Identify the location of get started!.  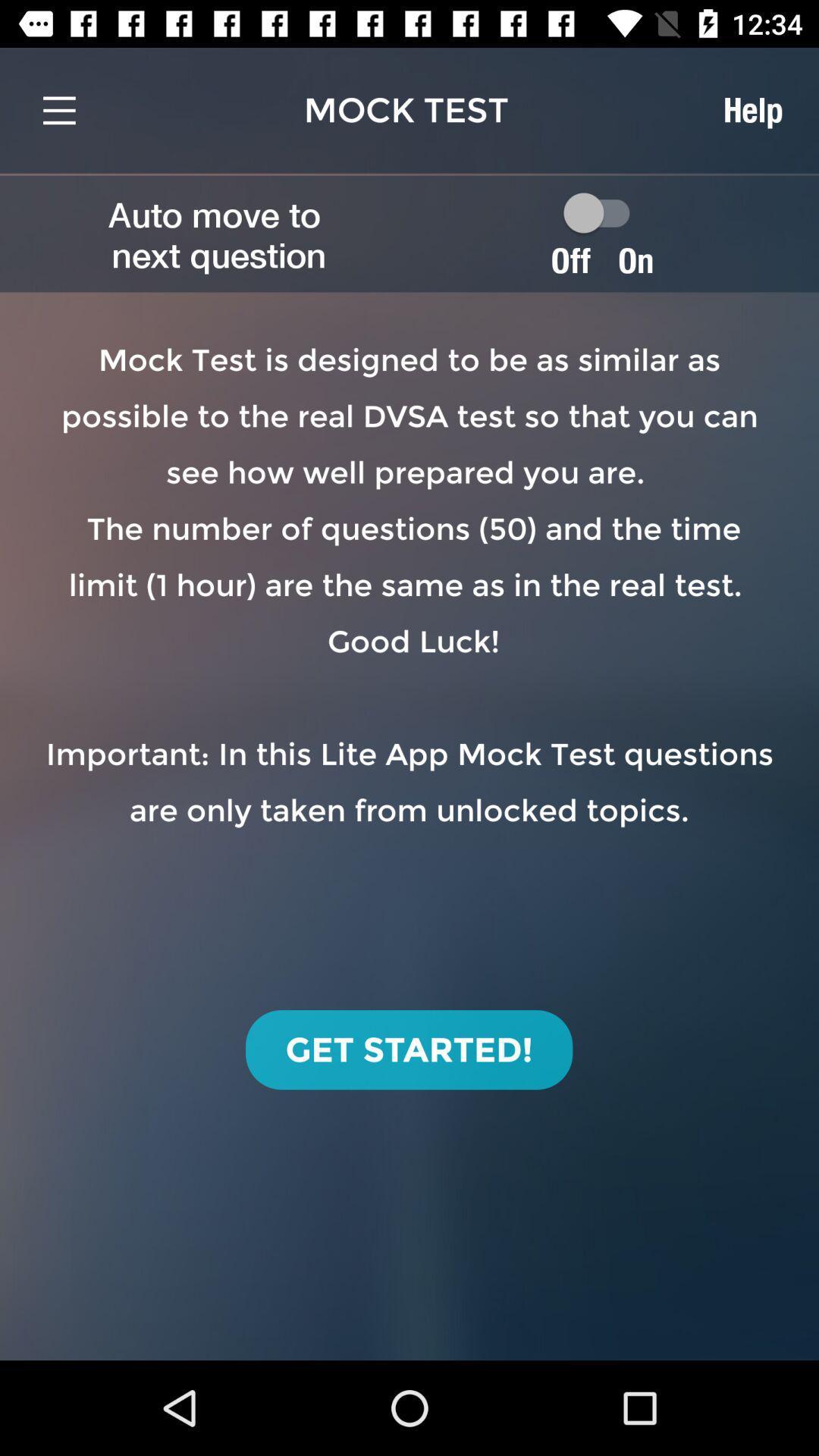
(408, 1049).